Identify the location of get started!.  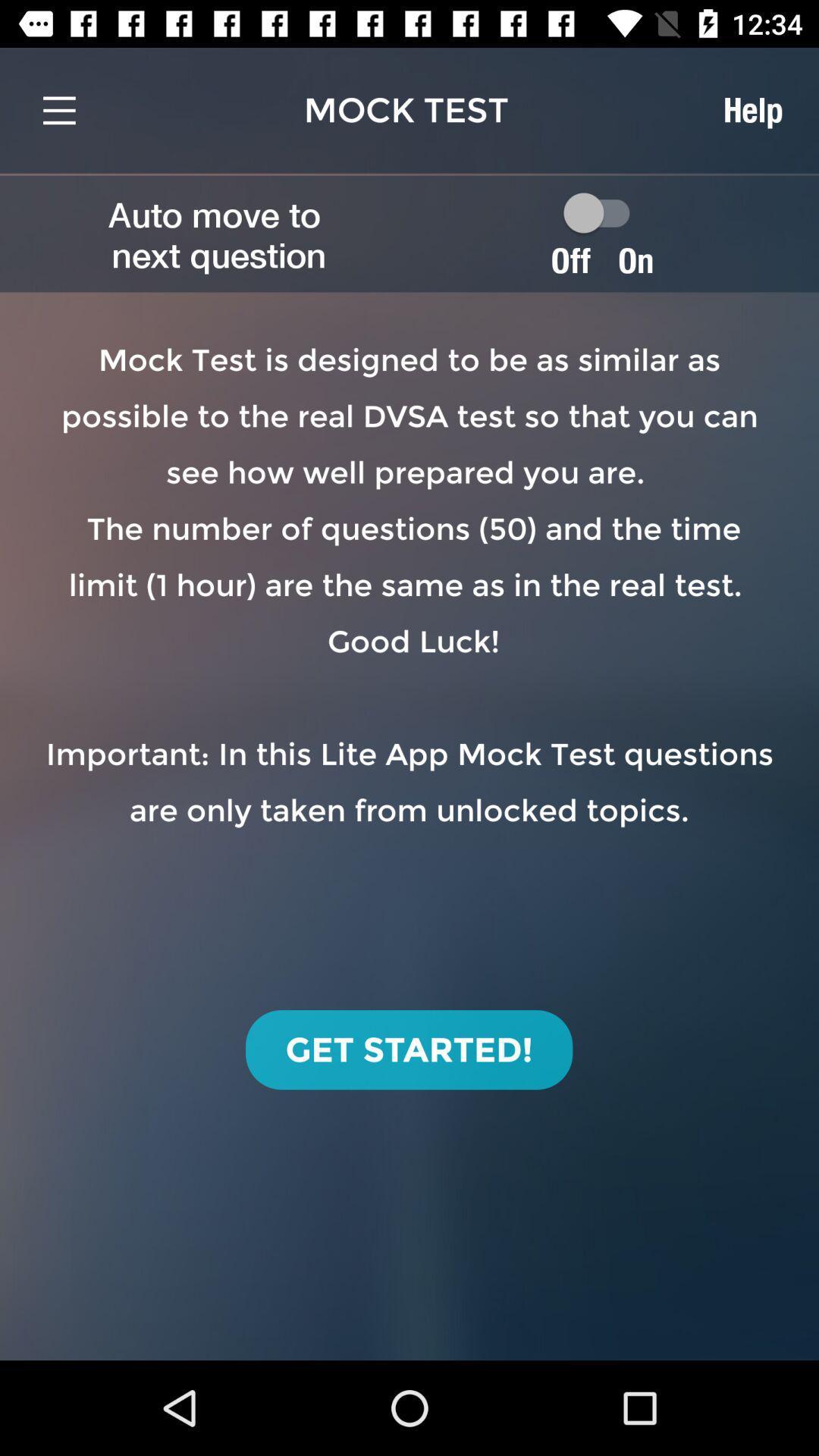
(408, 1049).